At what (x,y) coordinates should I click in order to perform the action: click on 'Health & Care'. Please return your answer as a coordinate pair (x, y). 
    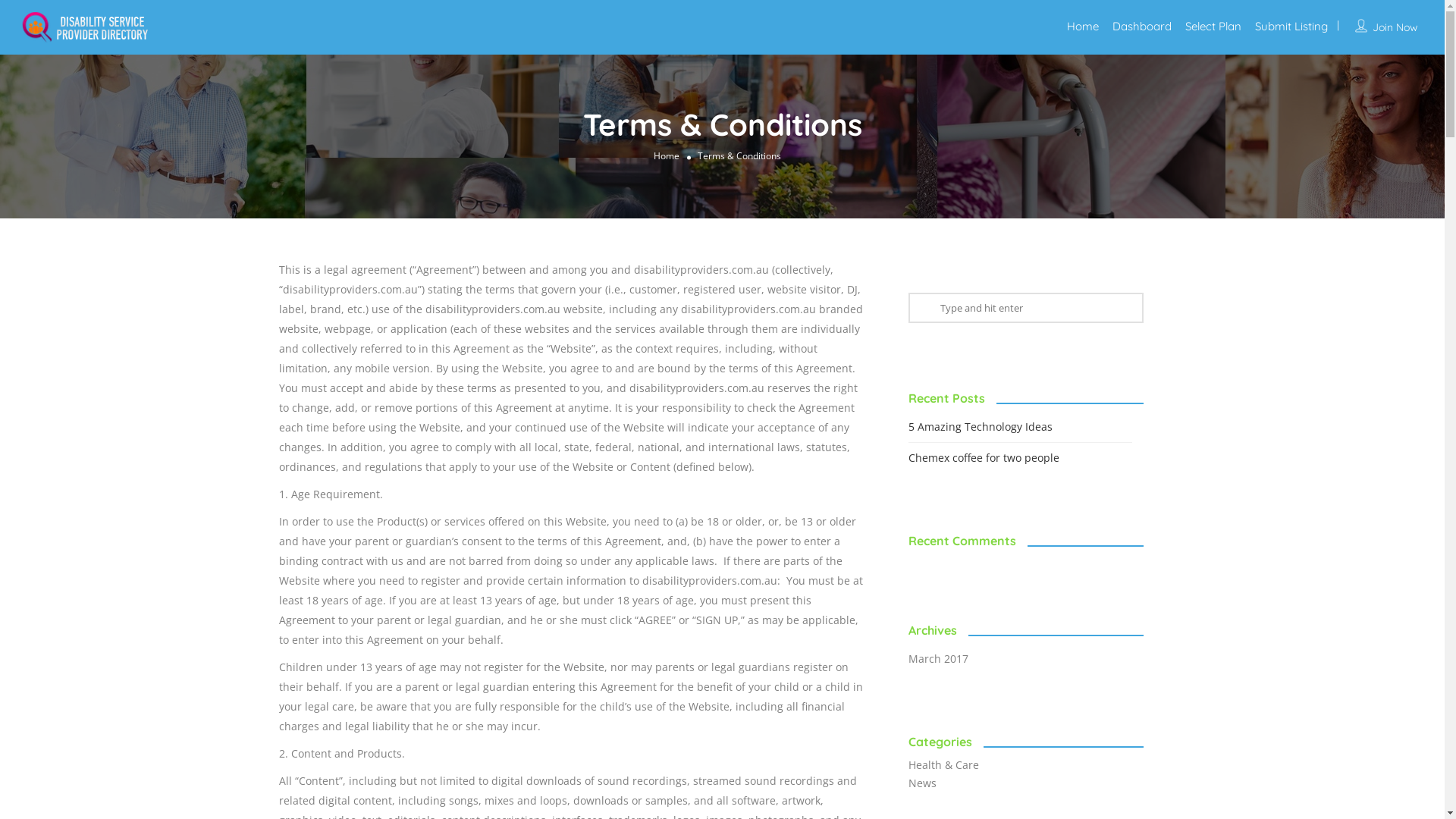
    Looking at the image, I should click on (950, 764).